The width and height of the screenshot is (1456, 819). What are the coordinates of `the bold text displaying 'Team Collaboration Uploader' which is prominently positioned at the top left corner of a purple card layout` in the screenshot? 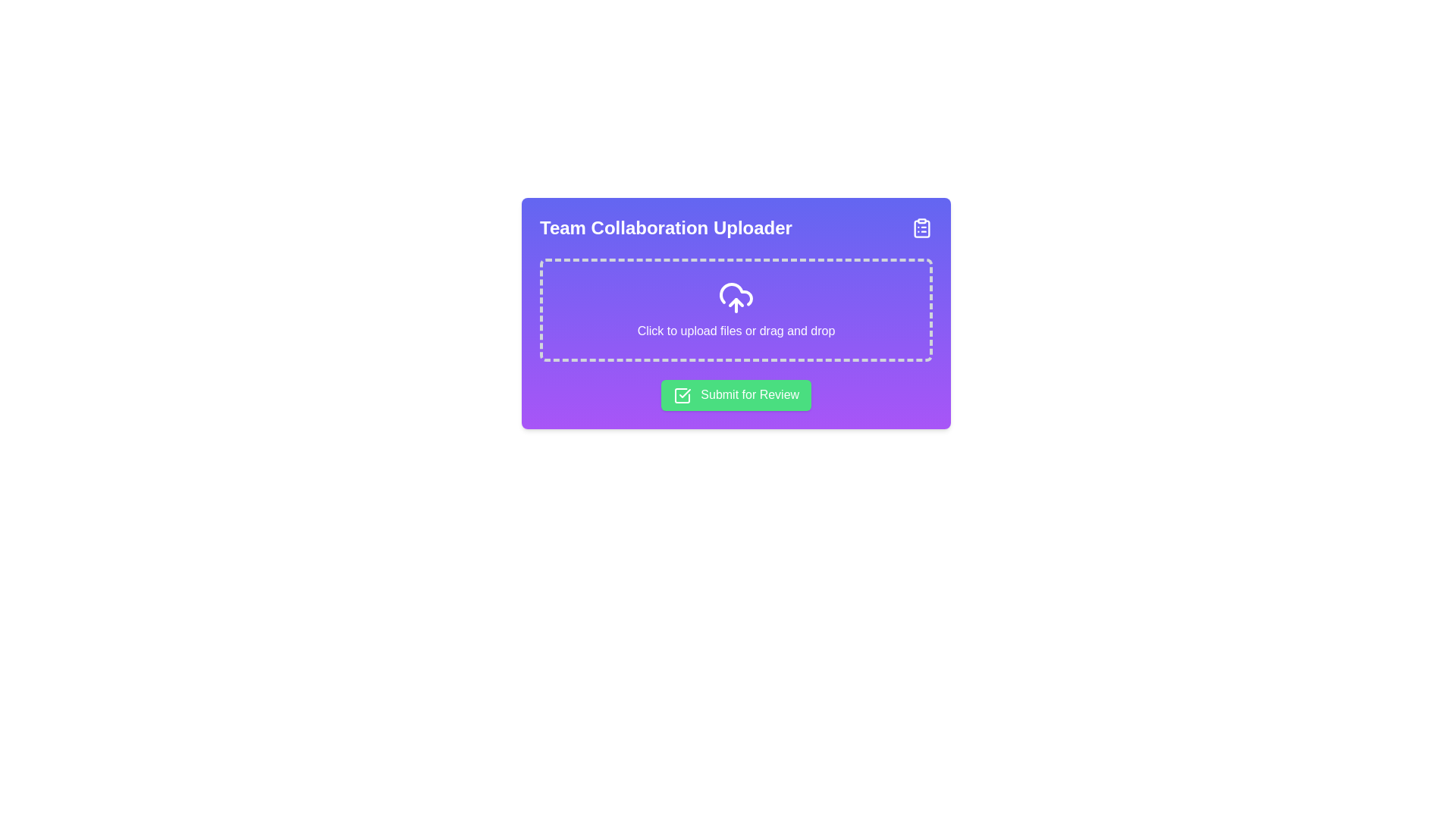 It's located at (666, 227).